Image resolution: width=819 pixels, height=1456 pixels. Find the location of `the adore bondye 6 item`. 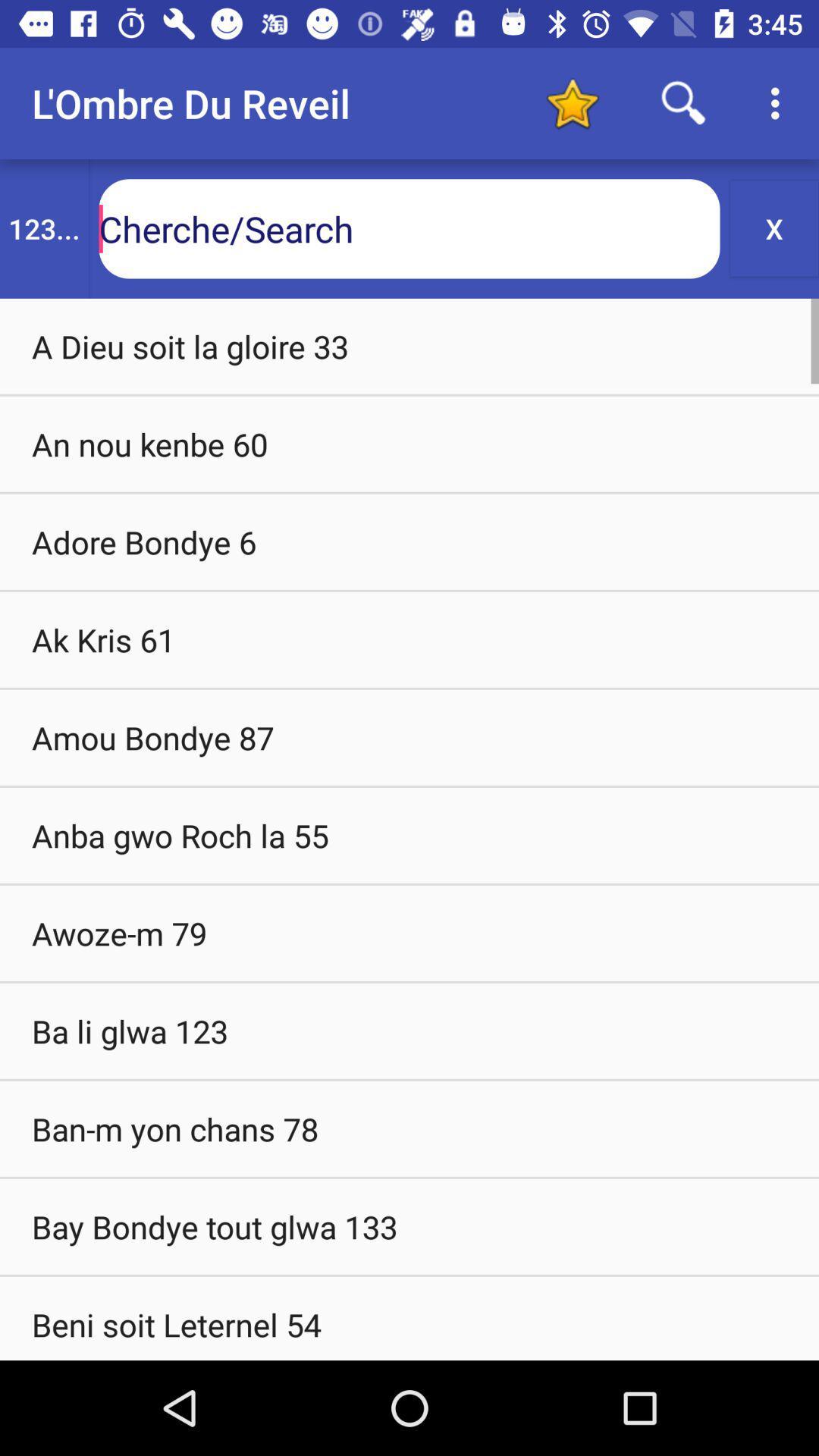

the adore bondye 6 item is located at coordinates (409, 541).